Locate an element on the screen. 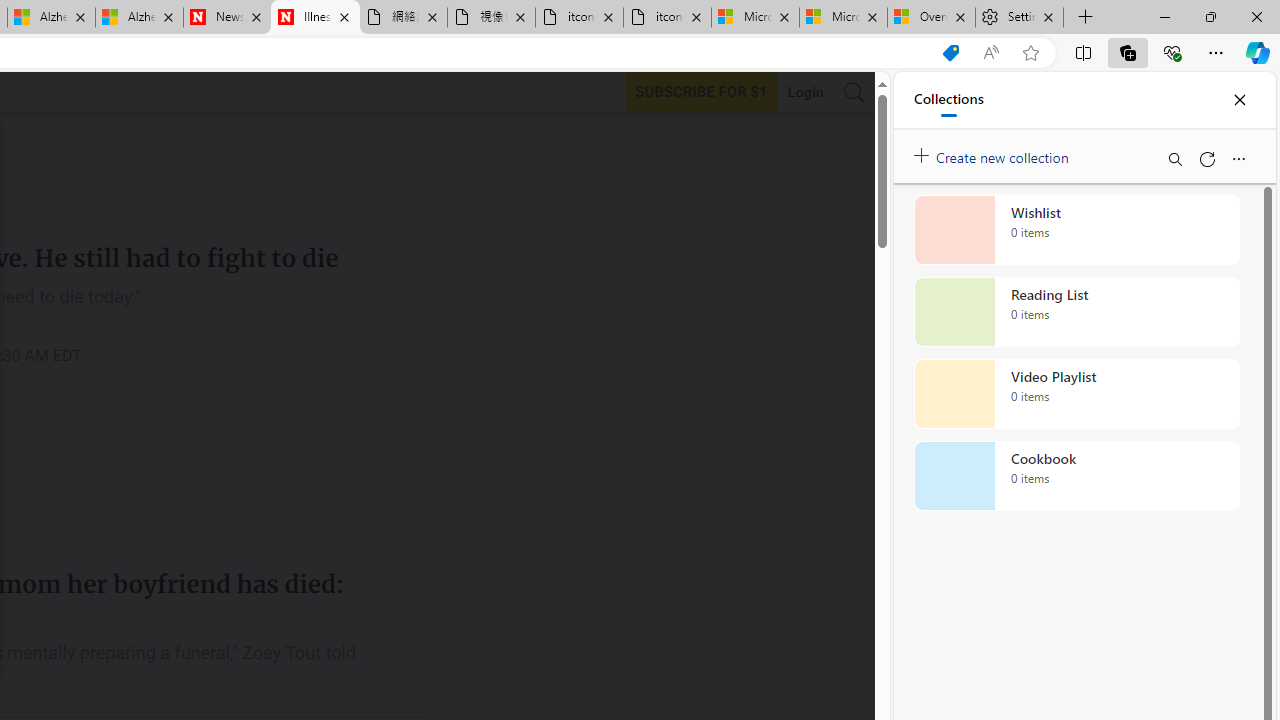 This screenshot has height=720, width=1280. 'Reading List collection, 0 items' is located at coordinates (1076, 312).